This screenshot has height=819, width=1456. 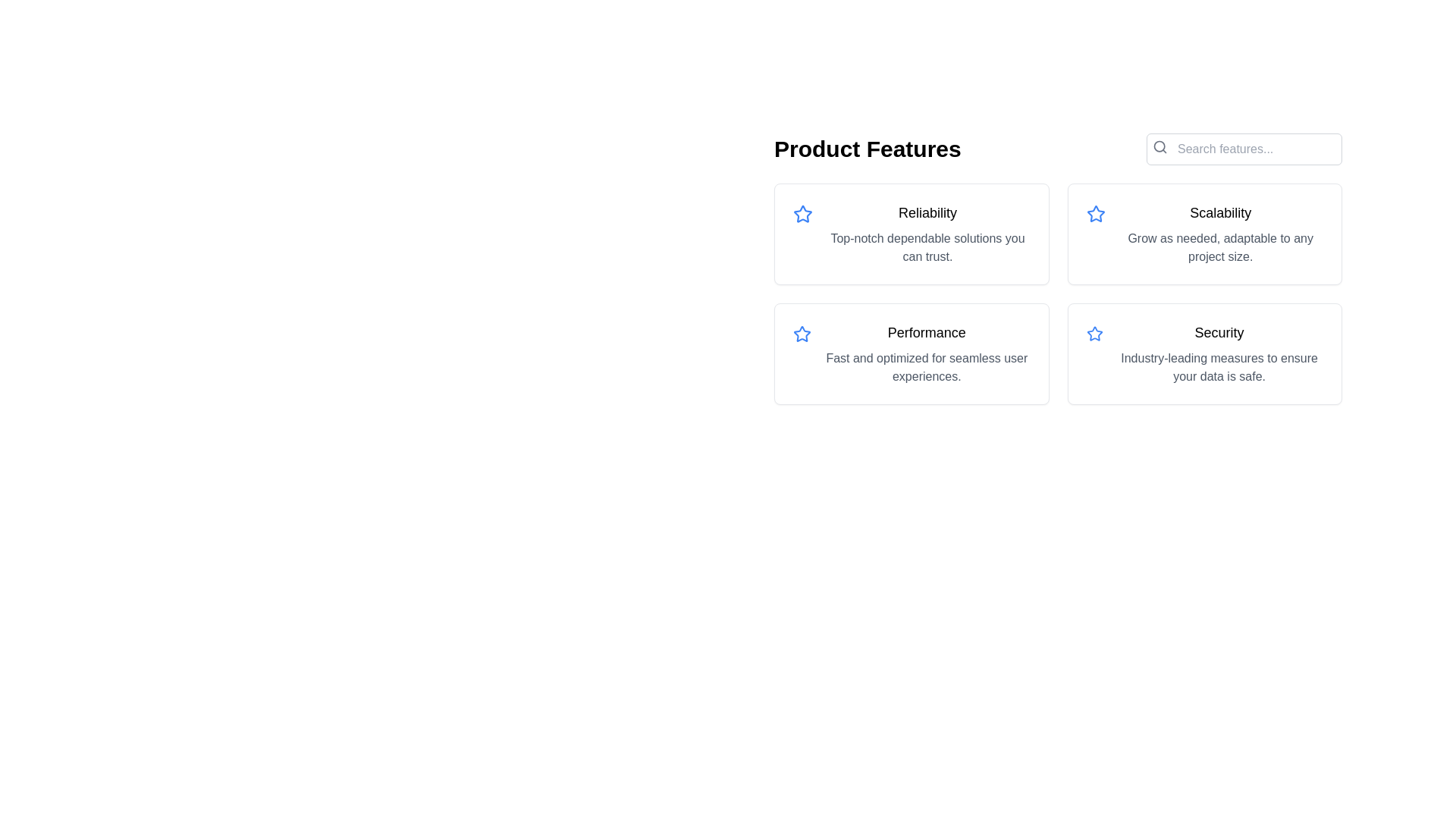 What do you see at coordinates (1219, 332) in the screenshot?
I see `the non-interactive text label that serves as a title for the associated feature description within the bottom-right card of the grid layout` at bounding box center [1219, 332].